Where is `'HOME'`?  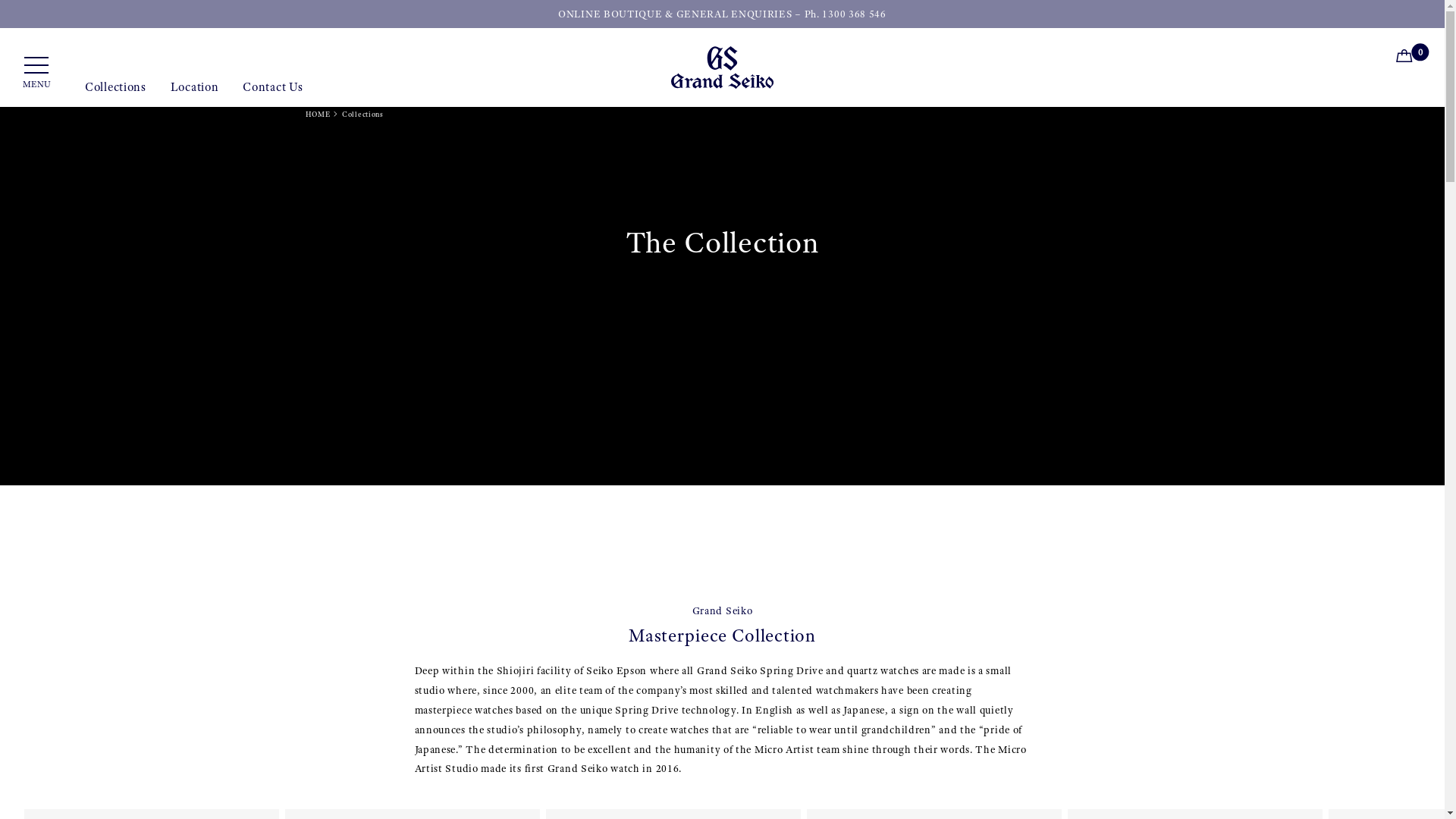 'HOME' is located at coordinates (316, 113).